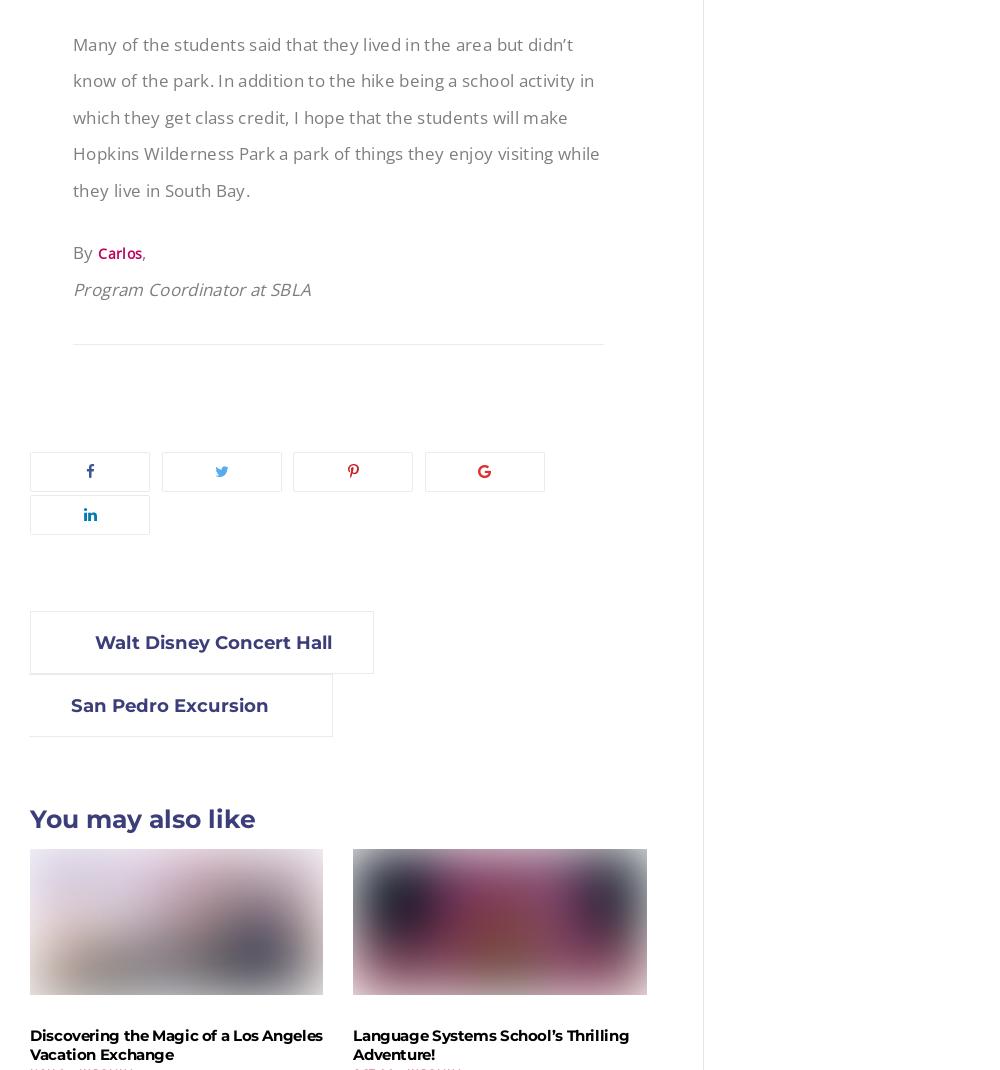 The height and width of the screenshot is (1070, 1000). What do you see at coordinates (335, 116) in the screenshot?
I see `'Many of the students said that they lived in the area but didn’t know of the park. In addition to the hike being a school activity in which they get class credit, I hope that the students will make Hopkins Wilderness Park a park of things they enjoy visiting while they live in South Bay.'` at bounding box center [335, 116].